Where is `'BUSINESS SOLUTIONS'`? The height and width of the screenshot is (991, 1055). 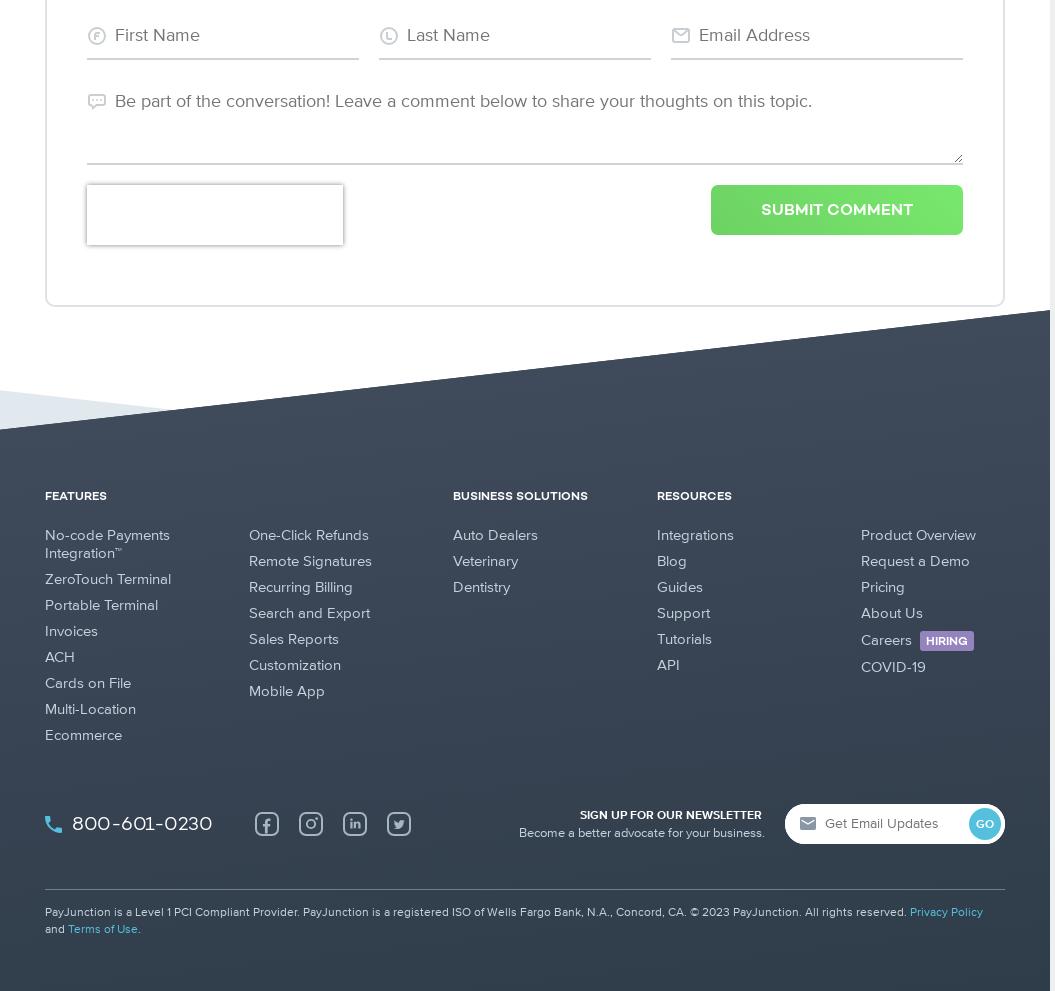
'BUSINESS SOLUTIONS' is located at coordinates (520, 496).